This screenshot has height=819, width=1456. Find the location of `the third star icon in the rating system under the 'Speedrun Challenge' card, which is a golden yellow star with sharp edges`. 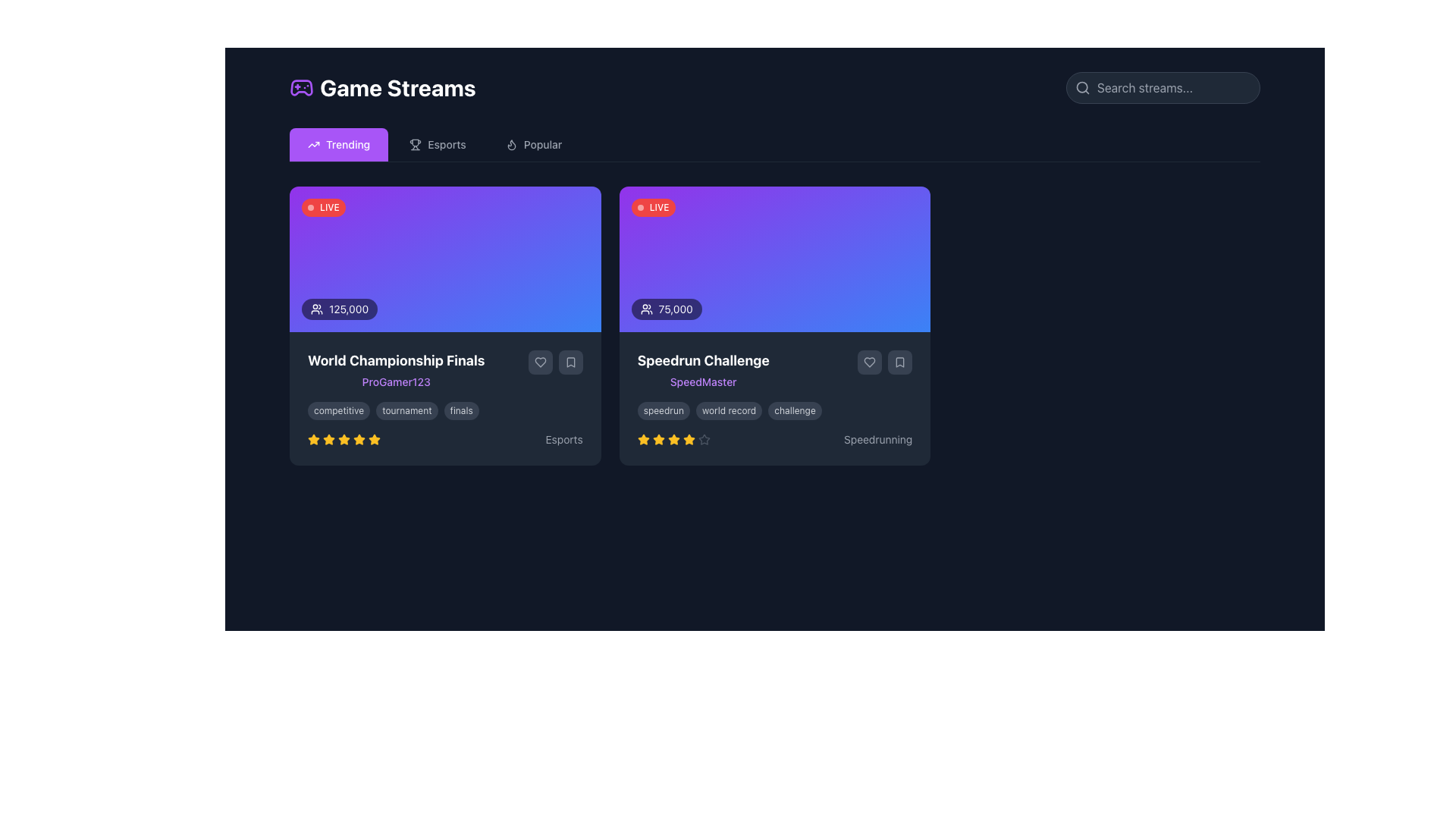

the third star icon in the rating system under the 'Speedrun Challenge' card, which is a golden yellow star with sharp edges is located at coordinates (658, 439).